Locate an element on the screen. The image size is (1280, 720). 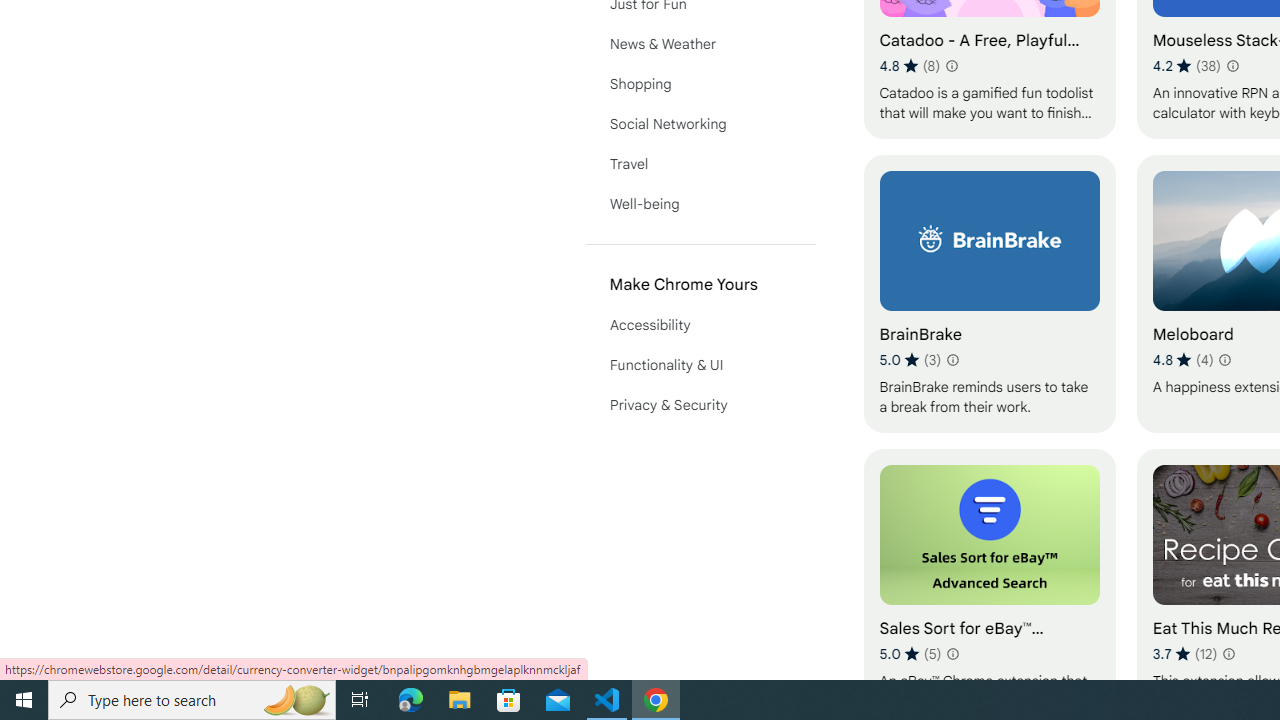
'Privacy & Security' is located at coordinates (700, 405).